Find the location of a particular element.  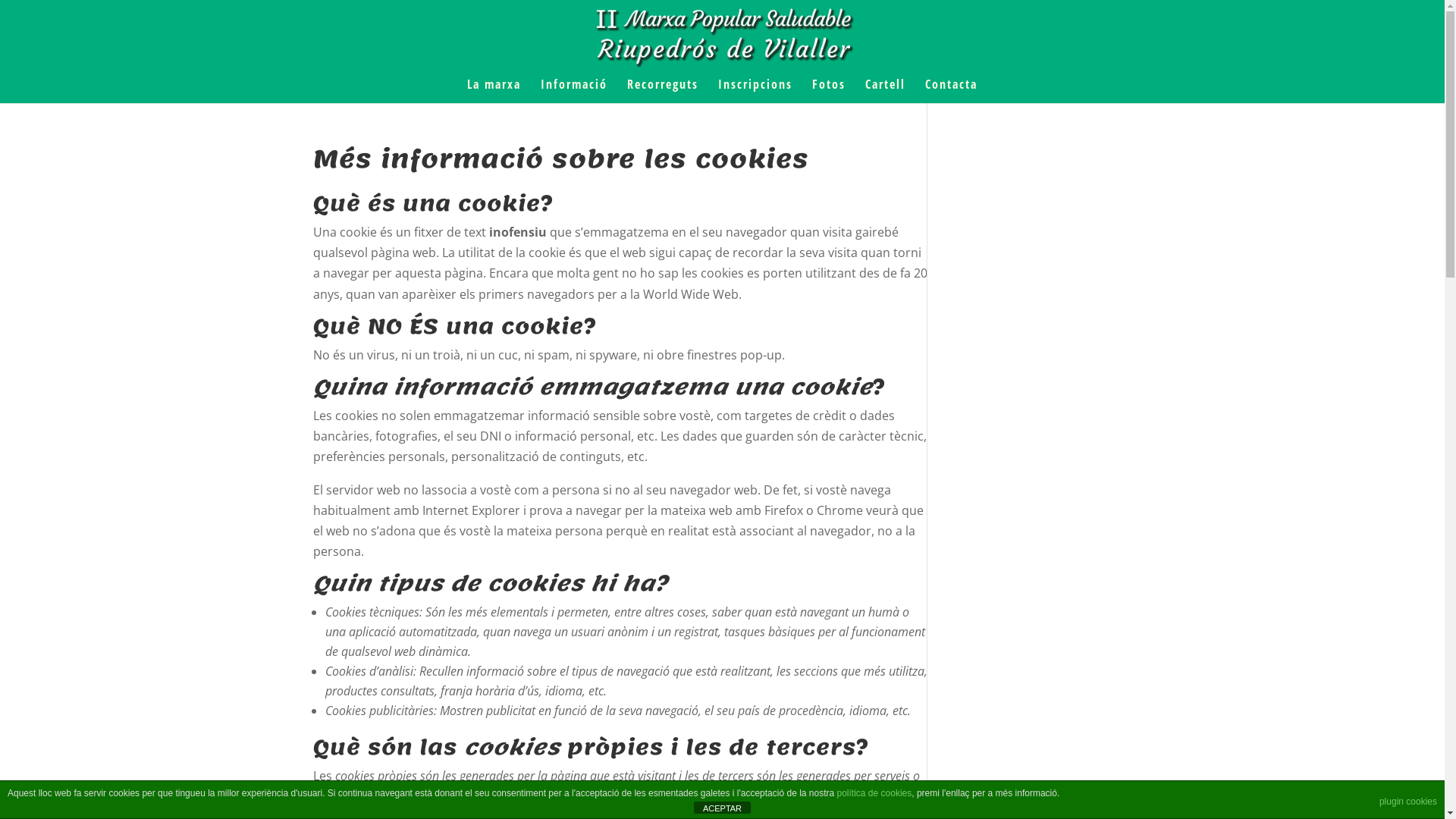

'ACEPTAR' is located at coordinates (721, 806).